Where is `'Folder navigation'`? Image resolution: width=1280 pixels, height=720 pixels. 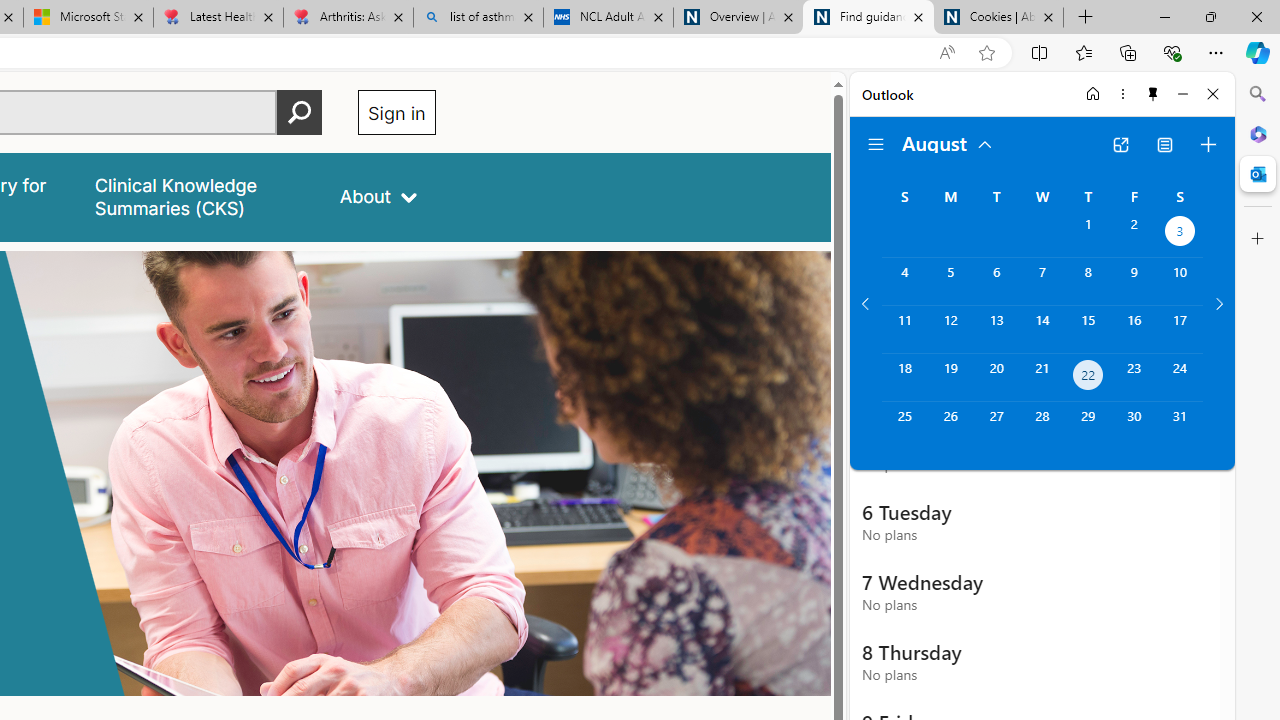
'Folder navigation' is located at coordinates (876, 144).